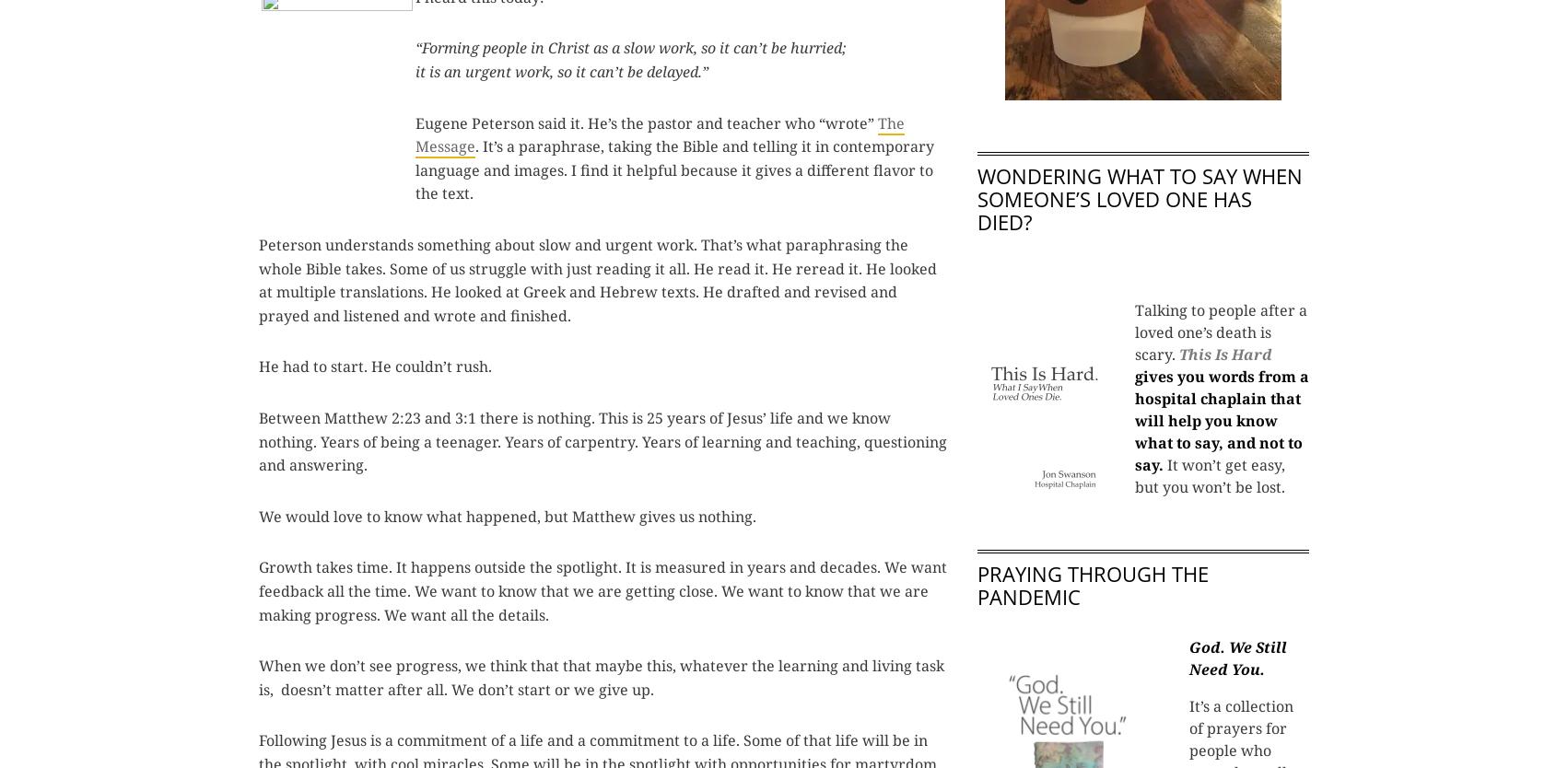  I want to click on 'Eugene Peterson said it. He’s the pastor and teacher who “wrote”', so click(647, 122).